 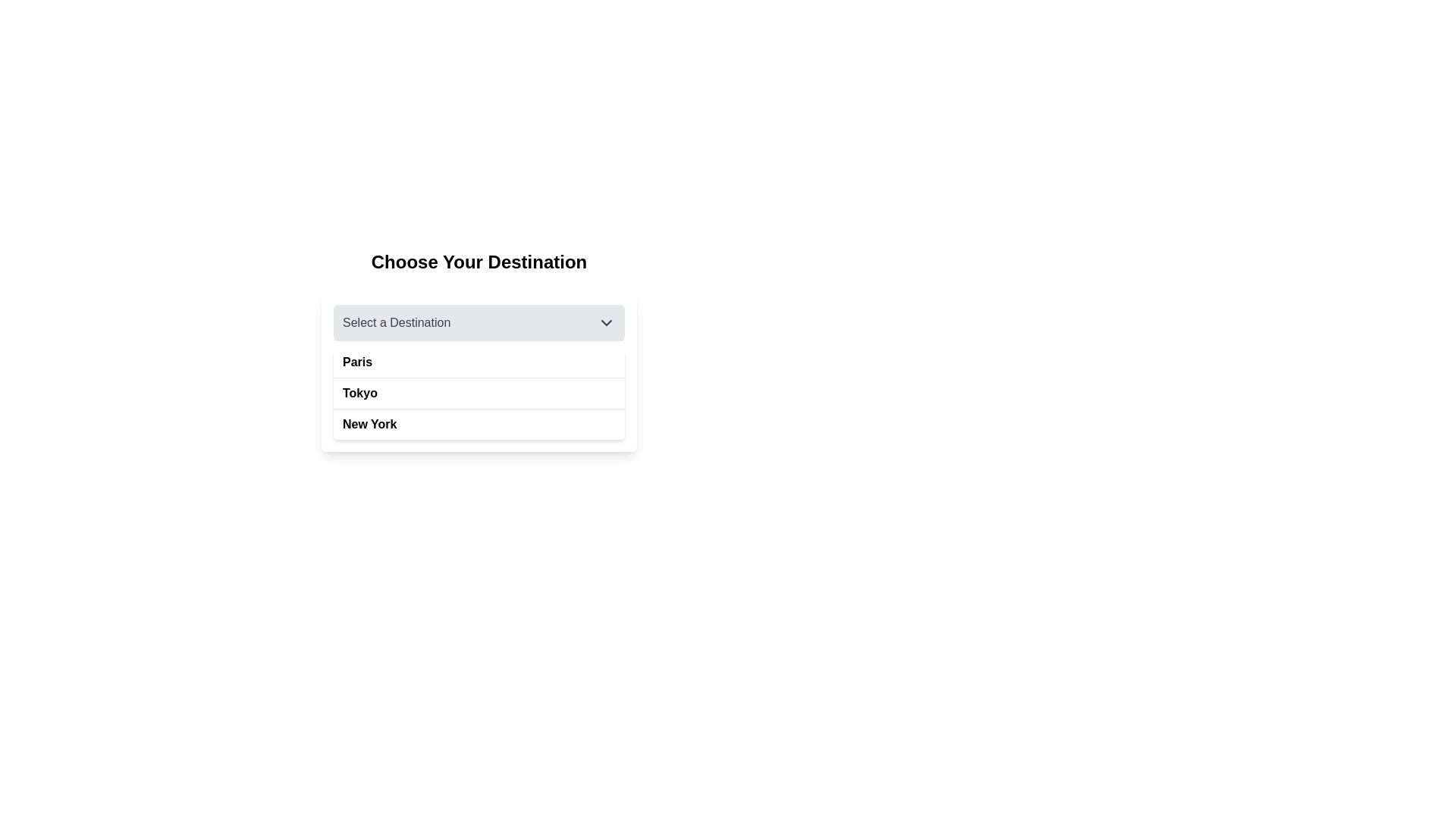 I want to click on the 'Paris' menu option in the dropdown list, so click(x=479, y=362).